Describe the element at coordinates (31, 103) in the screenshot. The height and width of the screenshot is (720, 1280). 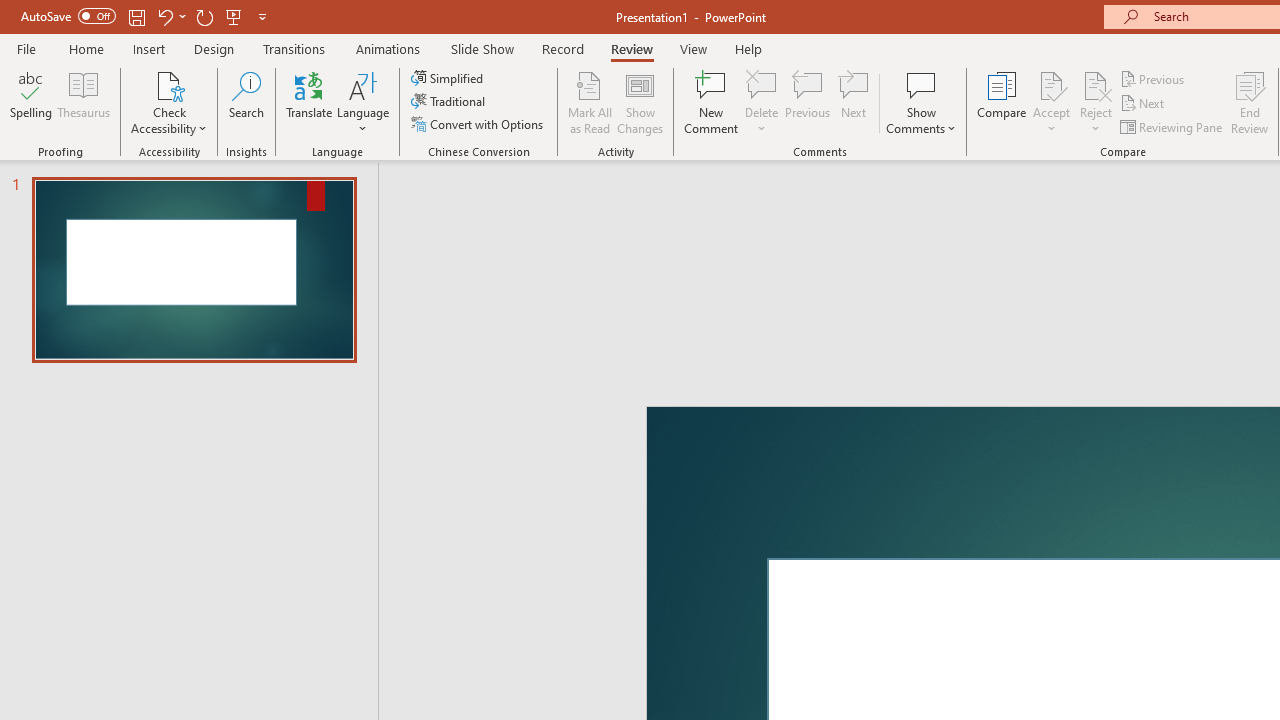
I see `'Spelling...'` at that location.